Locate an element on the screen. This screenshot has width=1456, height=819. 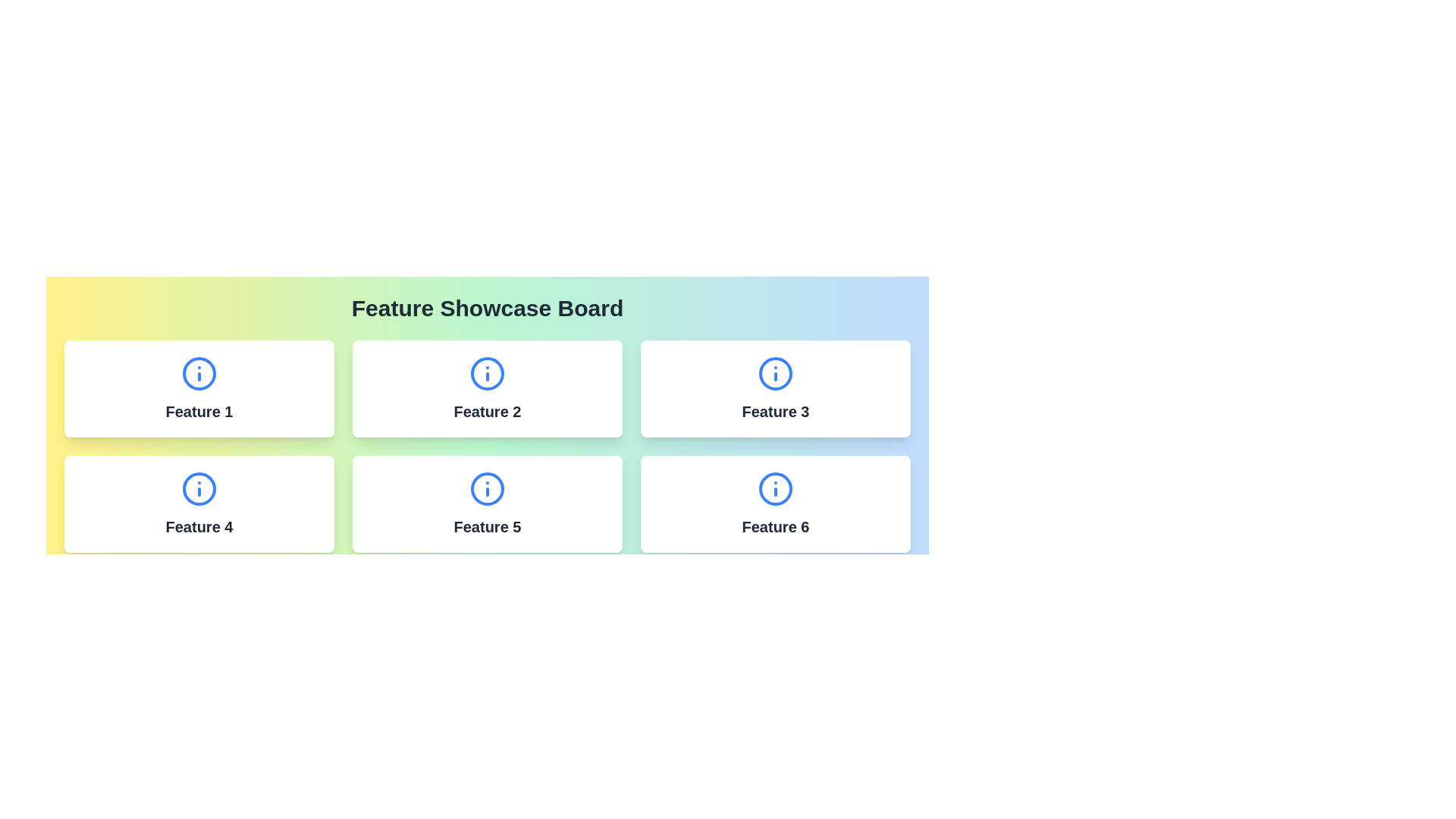
the Interactive card located at the bottom-right corner of the 2-row by 3-column grid layout is located at coordinates (775, 504).